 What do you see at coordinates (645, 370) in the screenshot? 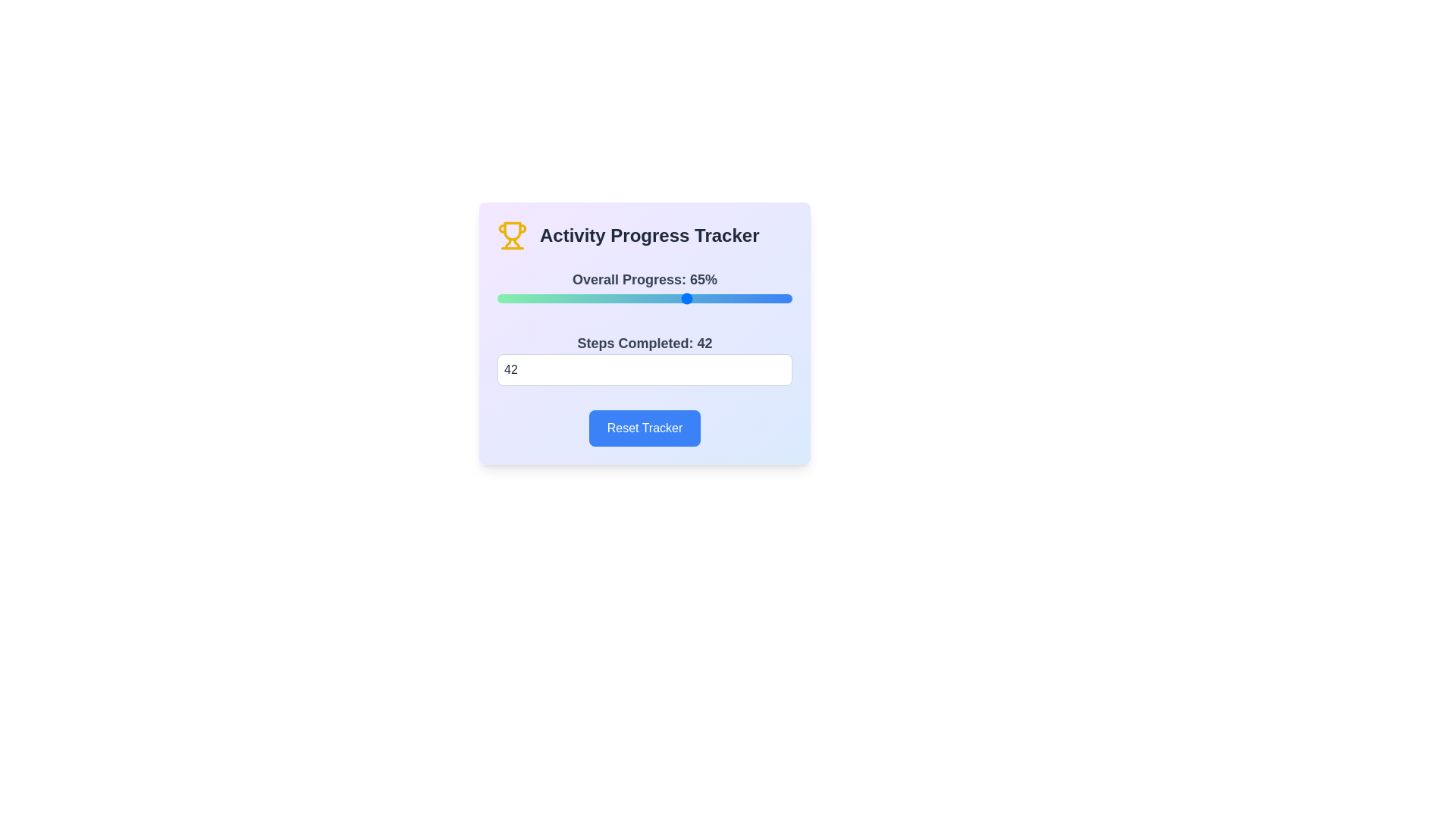
I see `the steps completed to 36 by entering the value in the input field` at bounding box center [645, 370].